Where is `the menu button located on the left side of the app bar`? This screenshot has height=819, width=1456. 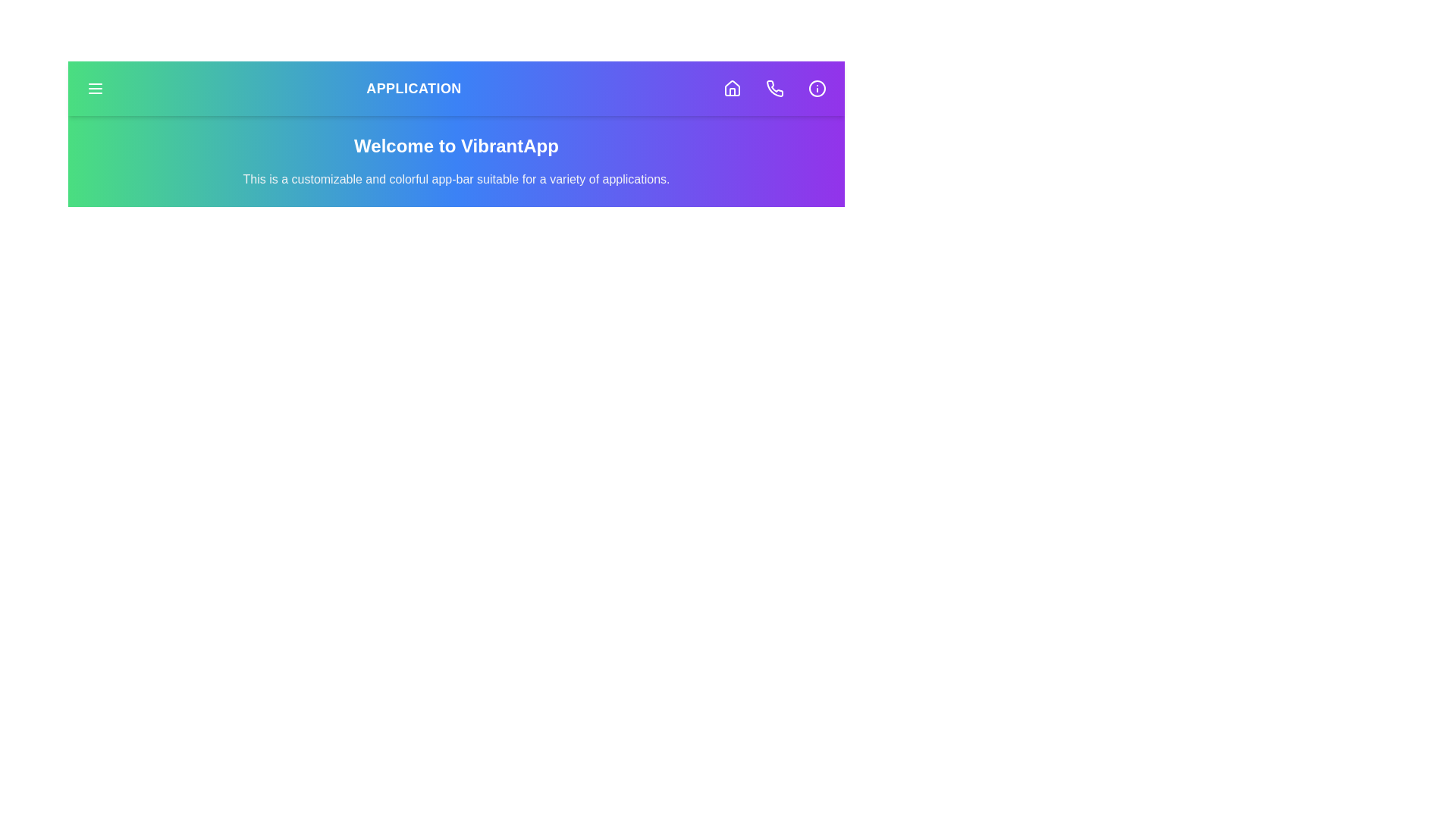 the menu button located on the left side of the app bar is located at coordinates (94, 88).